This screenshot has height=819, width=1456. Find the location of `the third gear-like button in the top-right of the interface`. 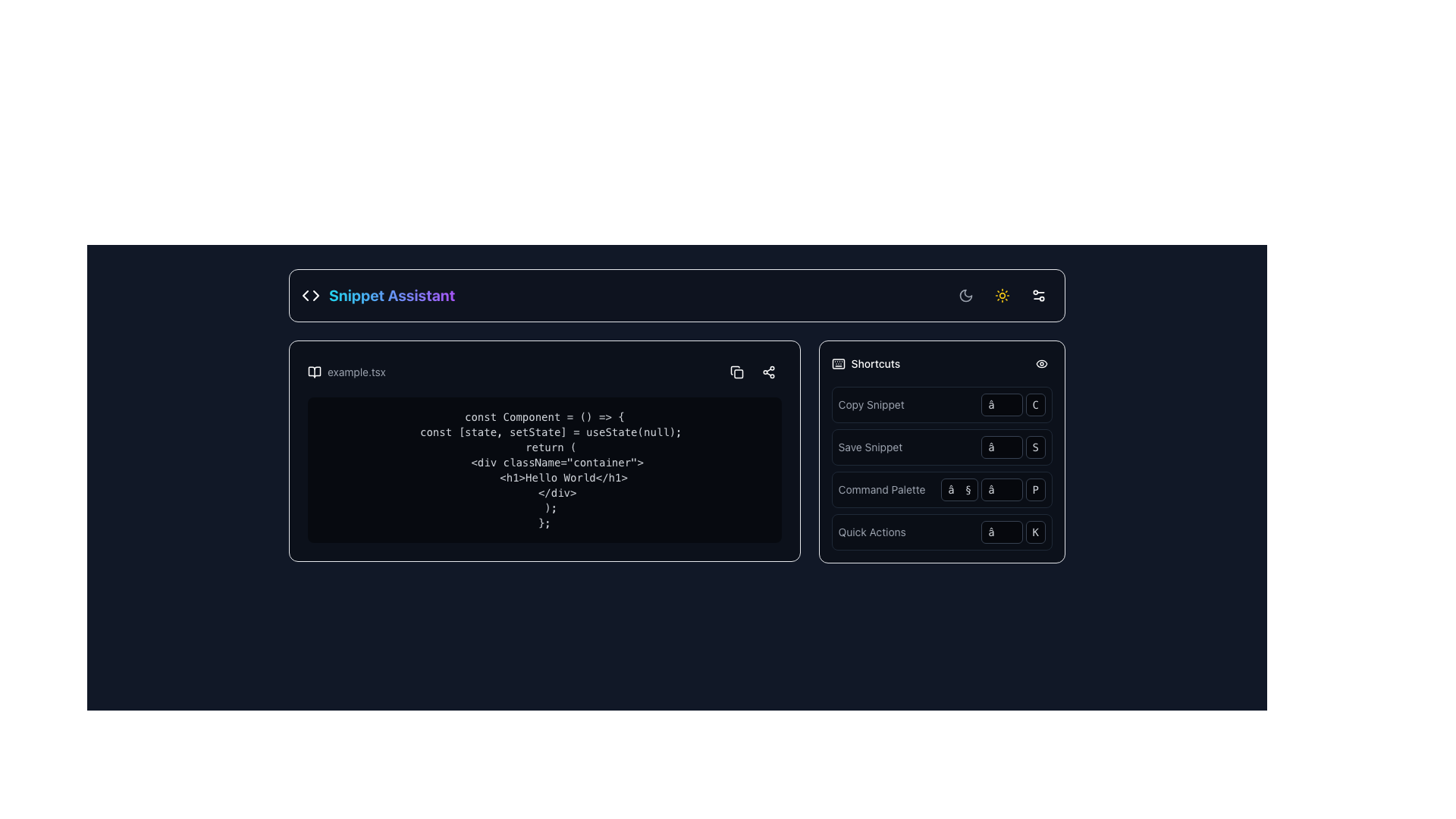

the third gear-like button in the top-right of the interface is located at coordinates (1037, 295).